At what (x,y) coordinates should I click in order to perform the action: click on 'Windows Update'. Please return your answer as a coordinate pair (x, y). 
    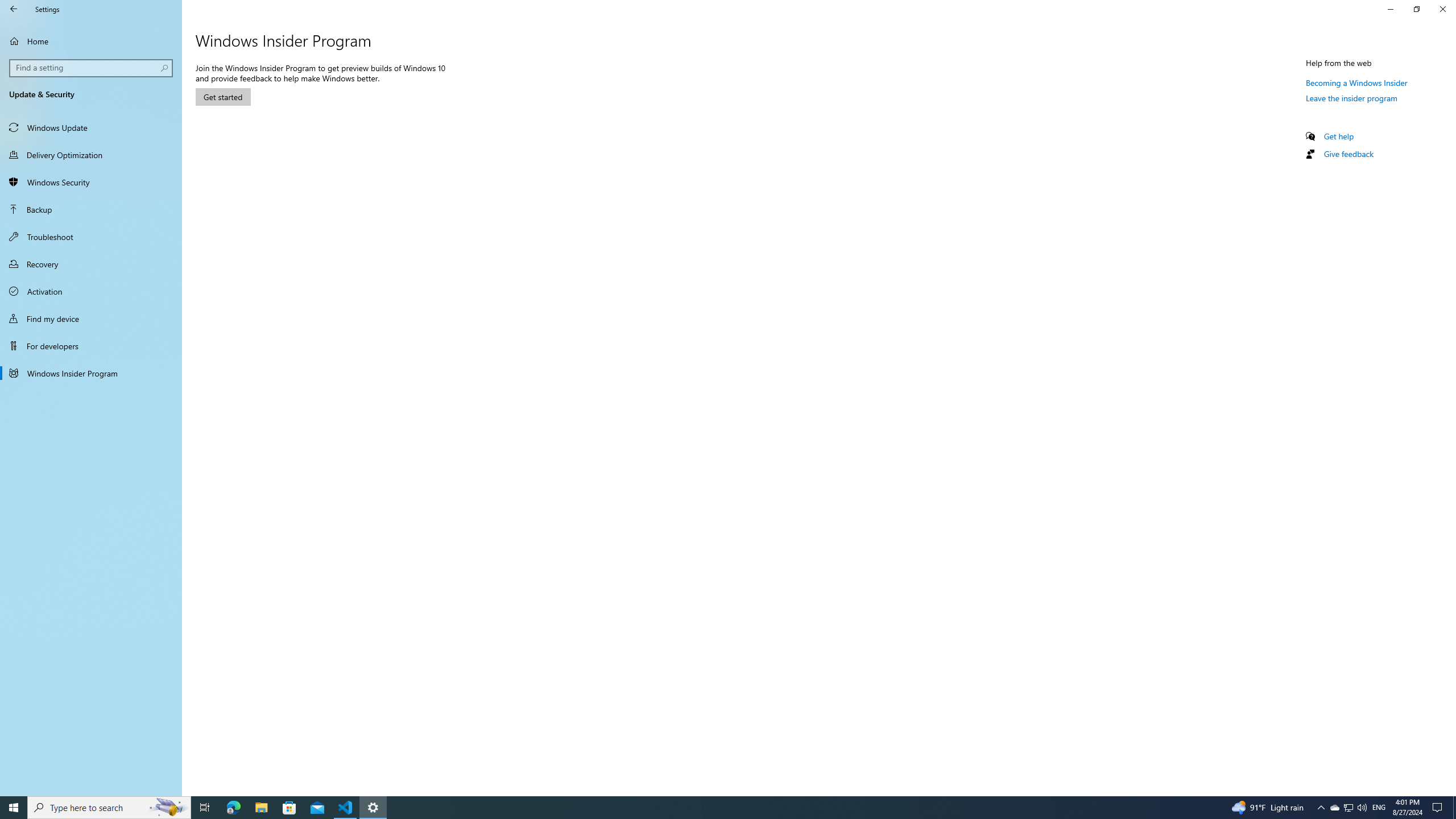
    Looking at the image, I should click on (90, 126).